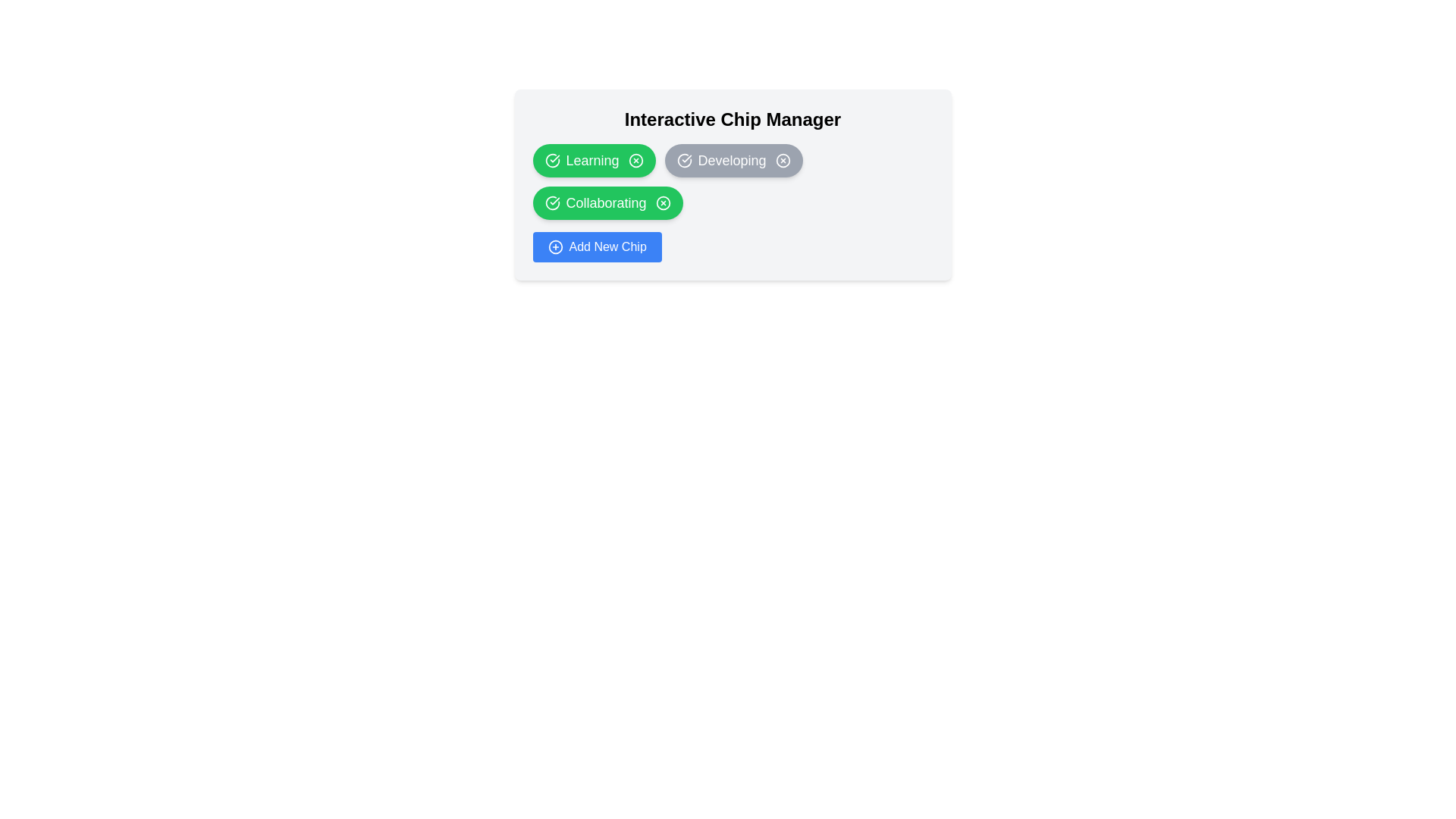 The height and width of the screenshot is (819, 1456). Describe the element at coordinates (554, 246) in the screenshot. I see `the 'Add New Chip' icon located on the left side of the label text within the button in the bottom-left corner of the chip area` at that location.